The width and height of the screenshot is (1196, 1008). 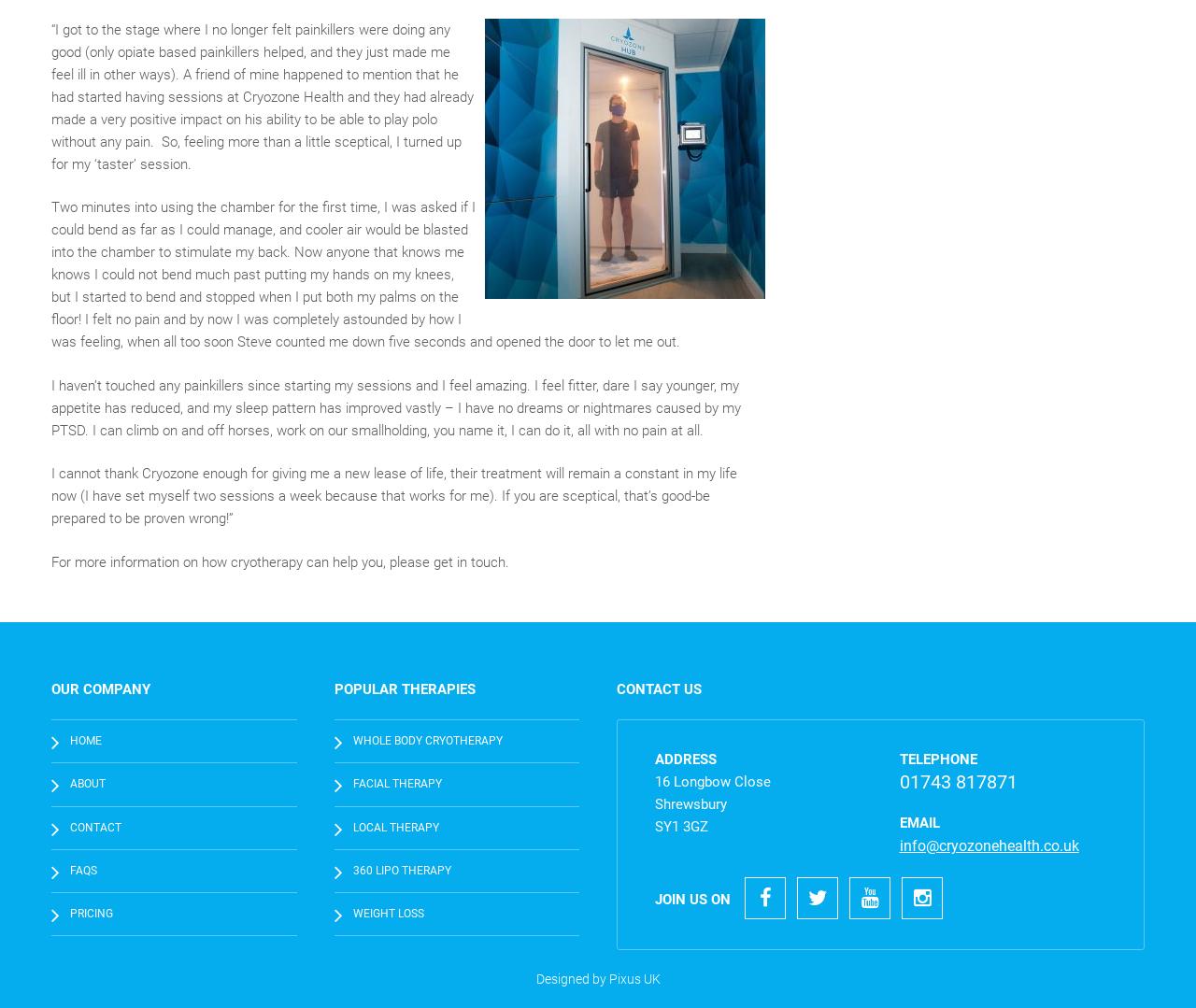 I want to click on 'I cannot thank Cryozone enough for giving me a new lease of life, their treatment will remain a constant in my life now (I have set myself two sessions a week because that works for me). If you are sceptical, that’s good-be prepared to be proven wrong!”', so click(x=393, y=495).